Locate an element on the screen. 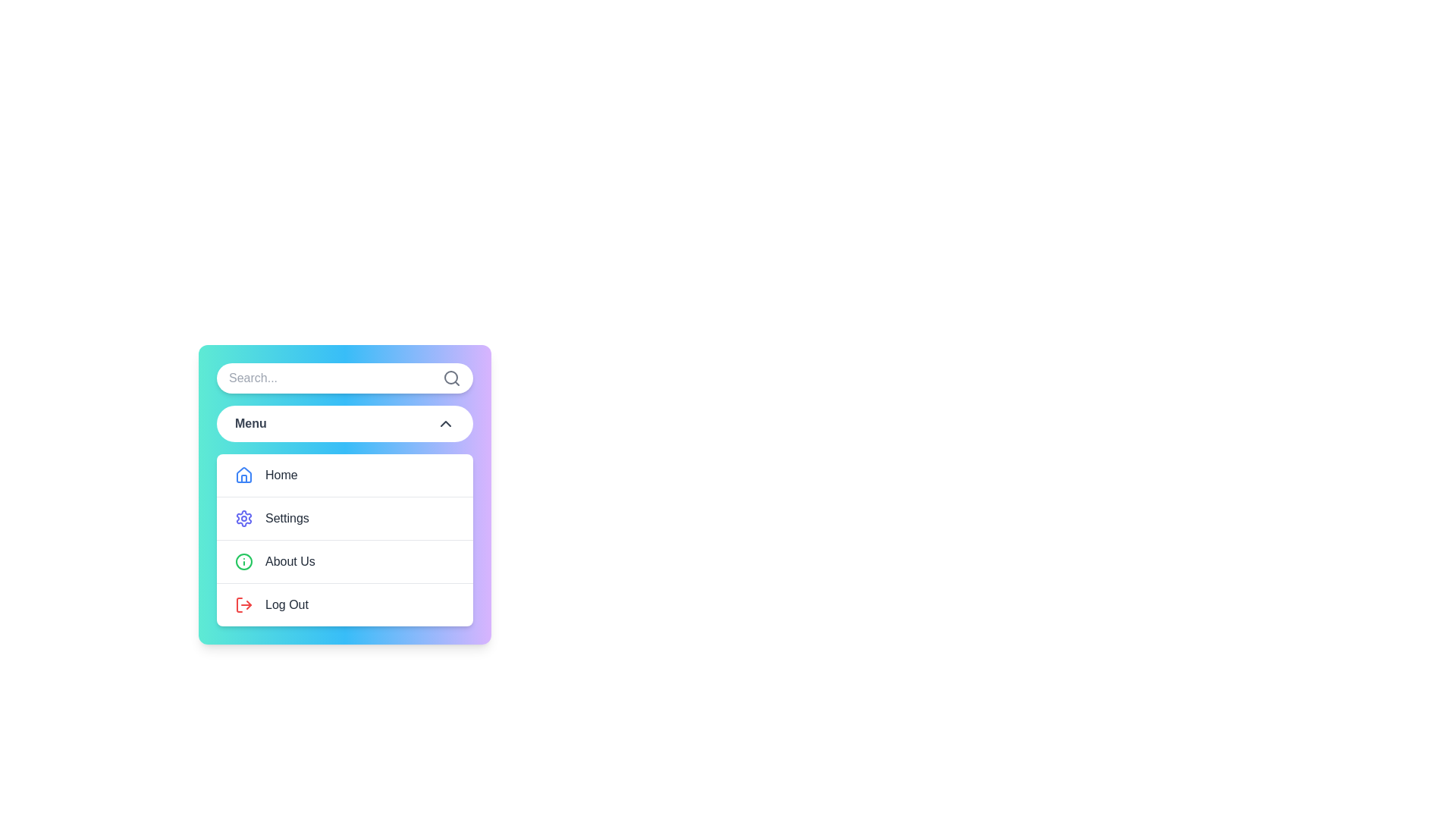  the upward-facing chevron arrow icon located to the center-right of the 'Menu' button to potentially display a tooltip is located at coordinates (445, 424).